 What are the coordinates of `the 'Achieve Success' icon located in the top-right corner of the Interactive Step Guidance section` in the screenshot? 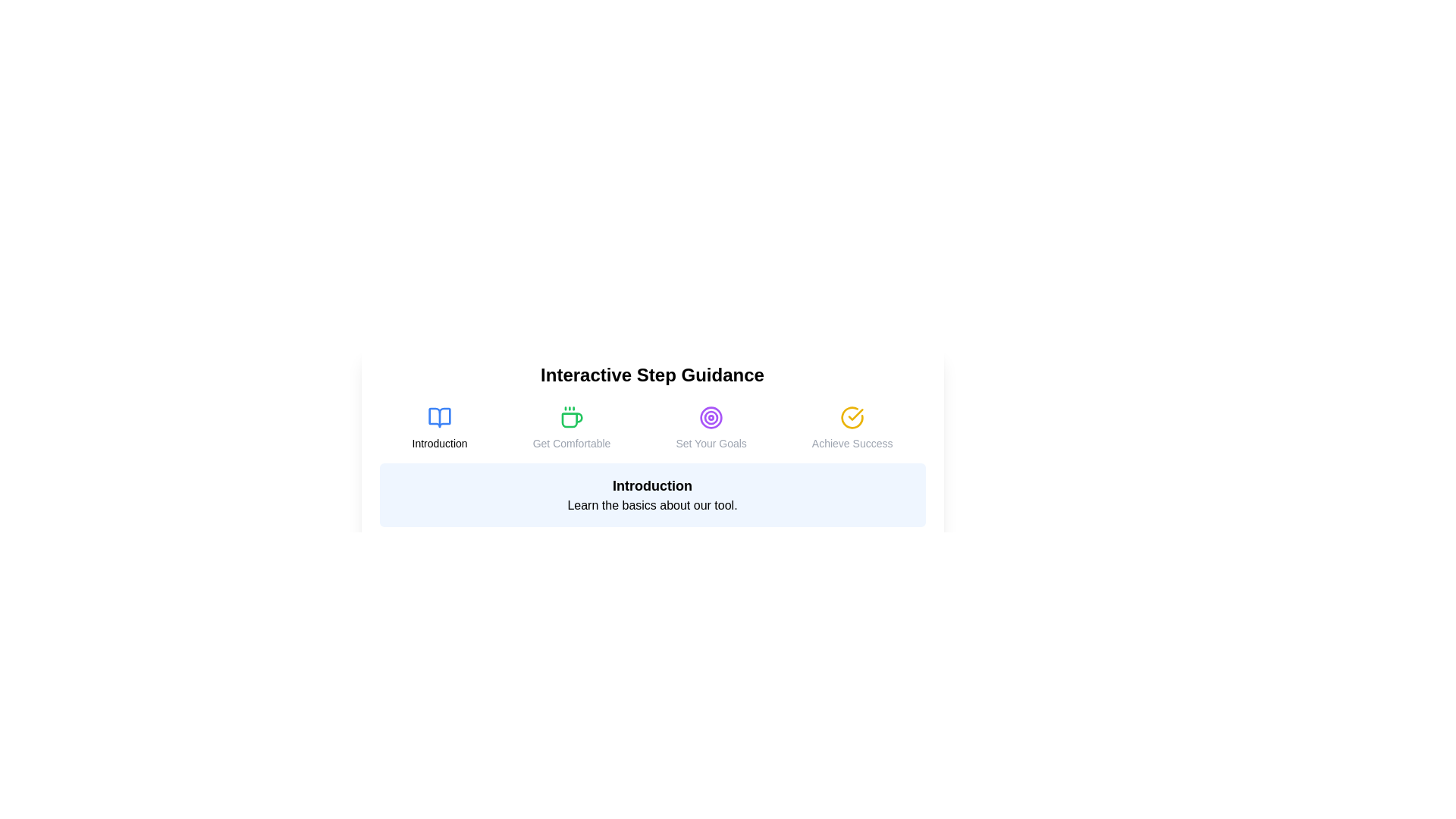 It's located at (852, 418).